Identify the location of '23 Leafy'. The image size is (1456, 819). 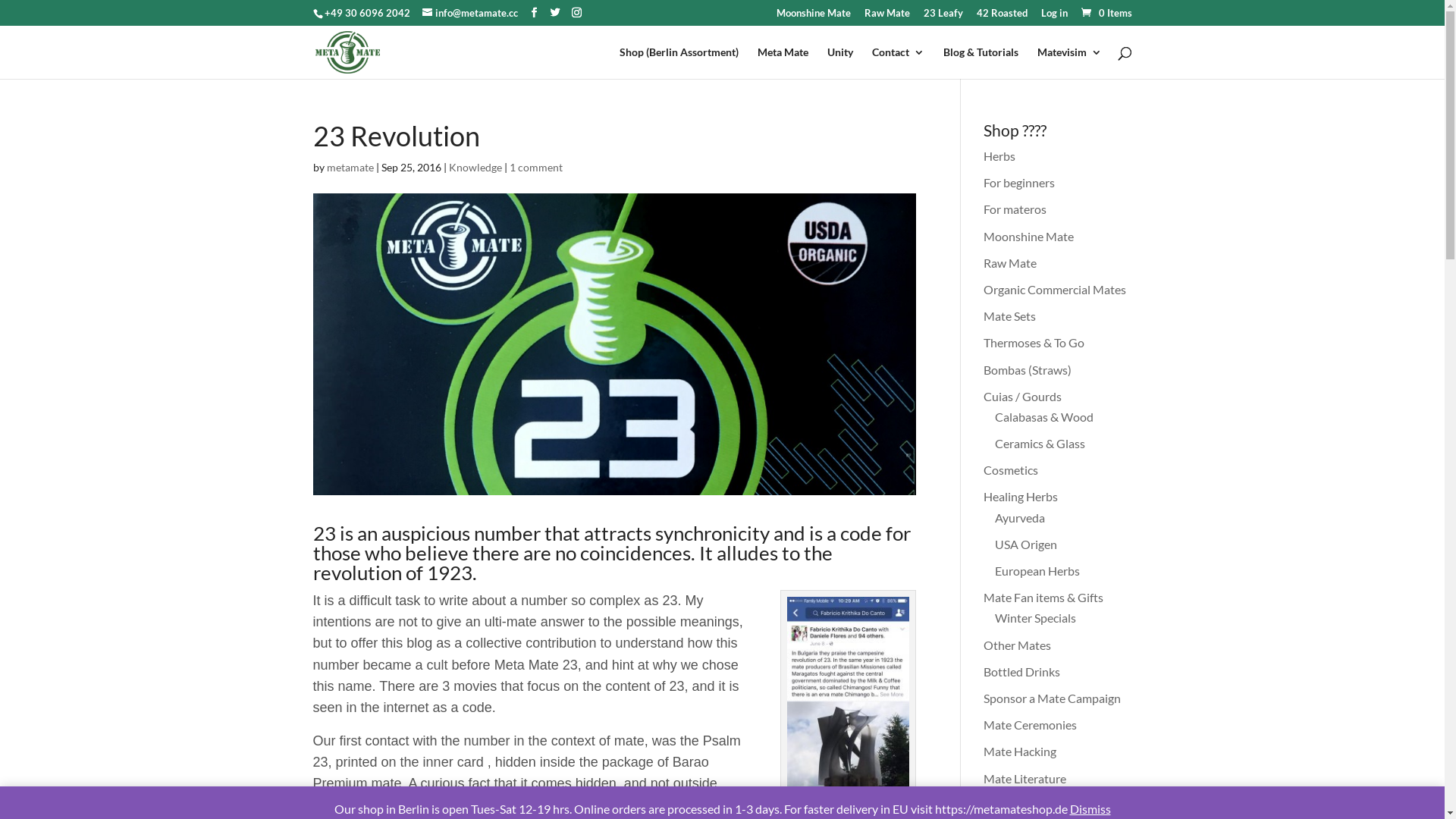
(942, 17).